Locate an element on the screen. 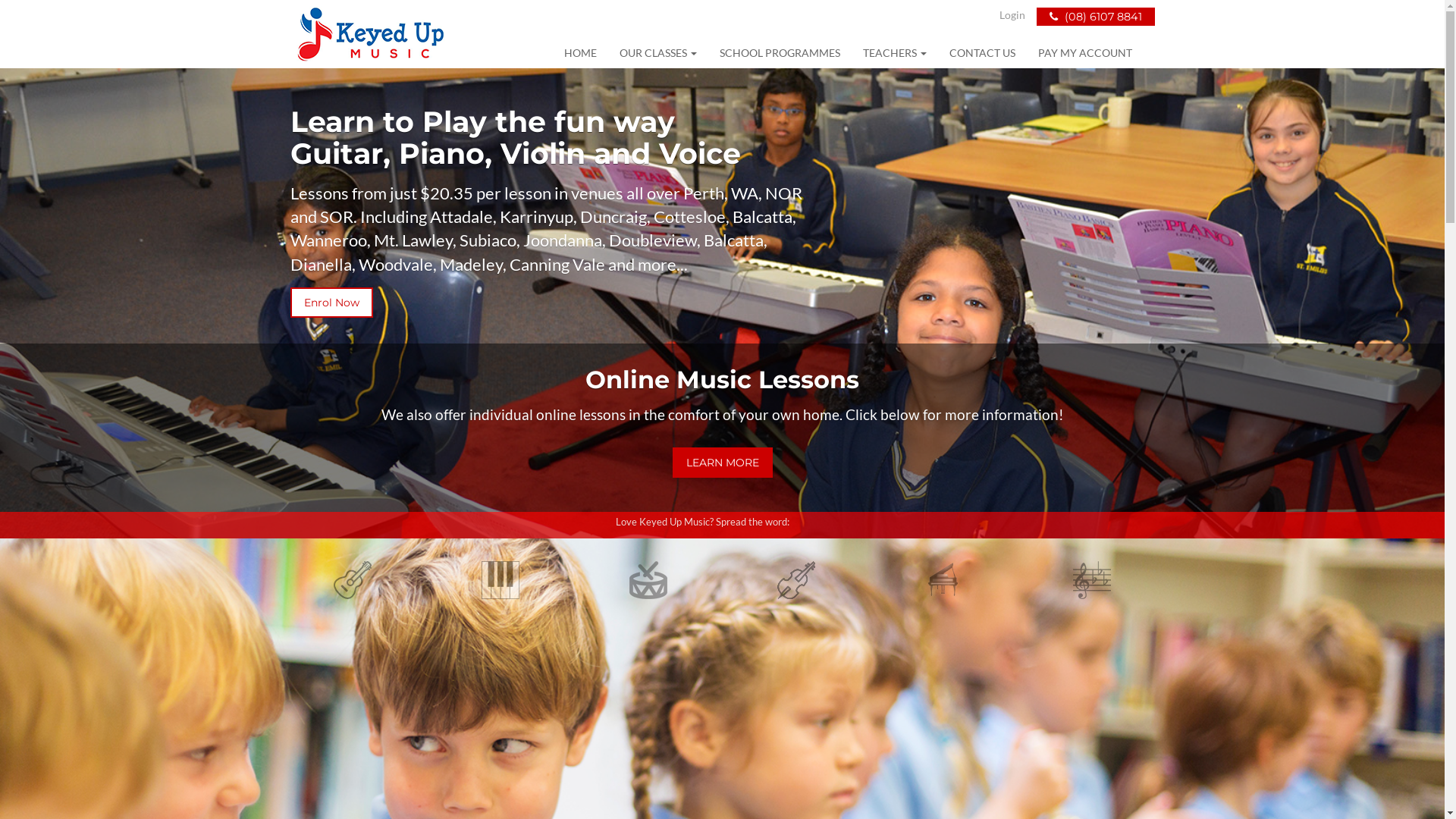 The width and height of the screenshot is (1456, 819). 'Enrol Now' is located at coordinates (290, 302).